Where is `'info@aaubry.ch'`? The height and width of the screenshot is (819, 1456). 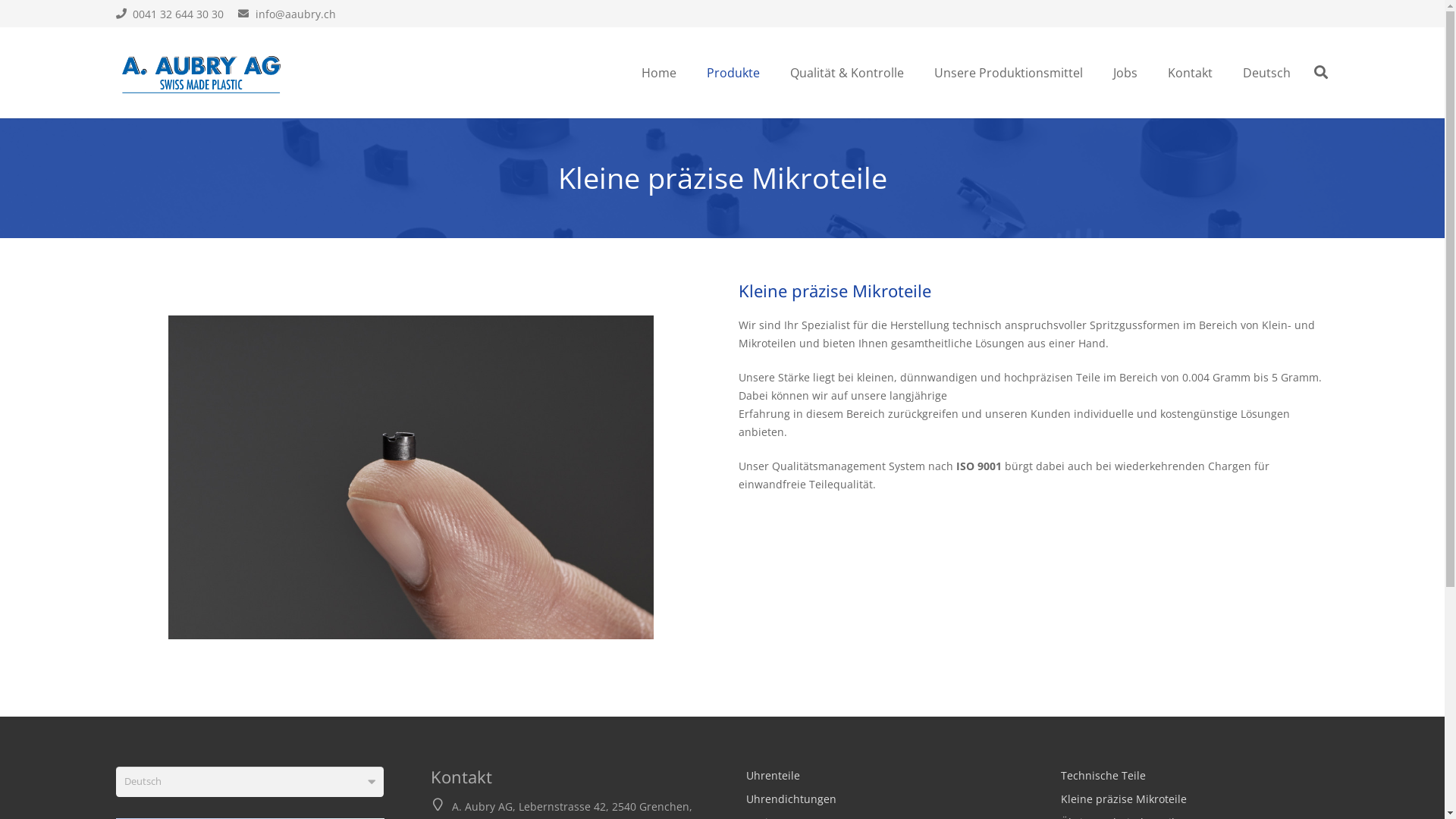 'info@aaubry.ch' is located at coordinates (287, 13).